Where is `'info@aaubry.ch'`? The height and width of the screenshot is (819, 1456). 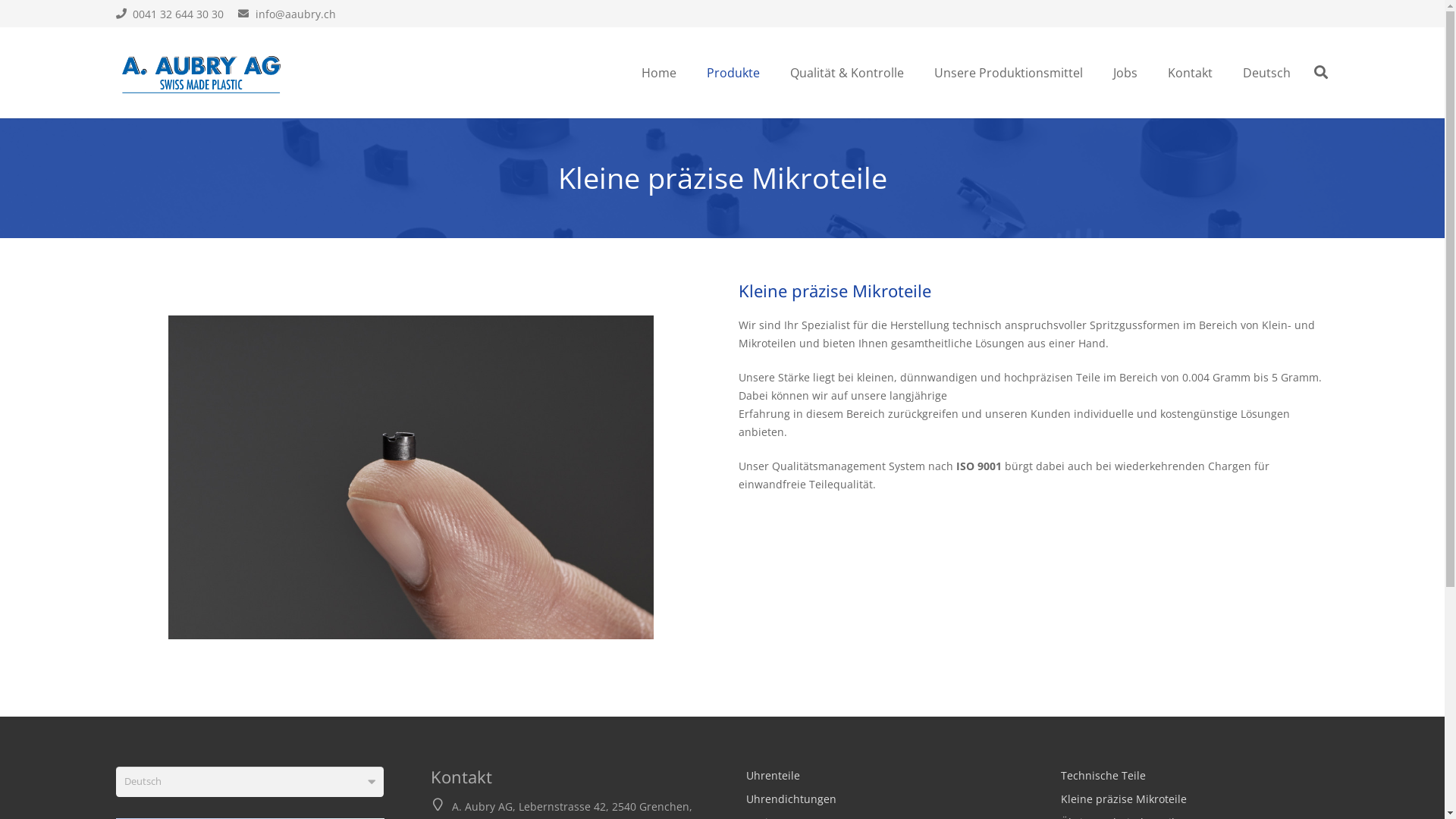 'info@aaubry.ch' is located at coordinates (287, 13).